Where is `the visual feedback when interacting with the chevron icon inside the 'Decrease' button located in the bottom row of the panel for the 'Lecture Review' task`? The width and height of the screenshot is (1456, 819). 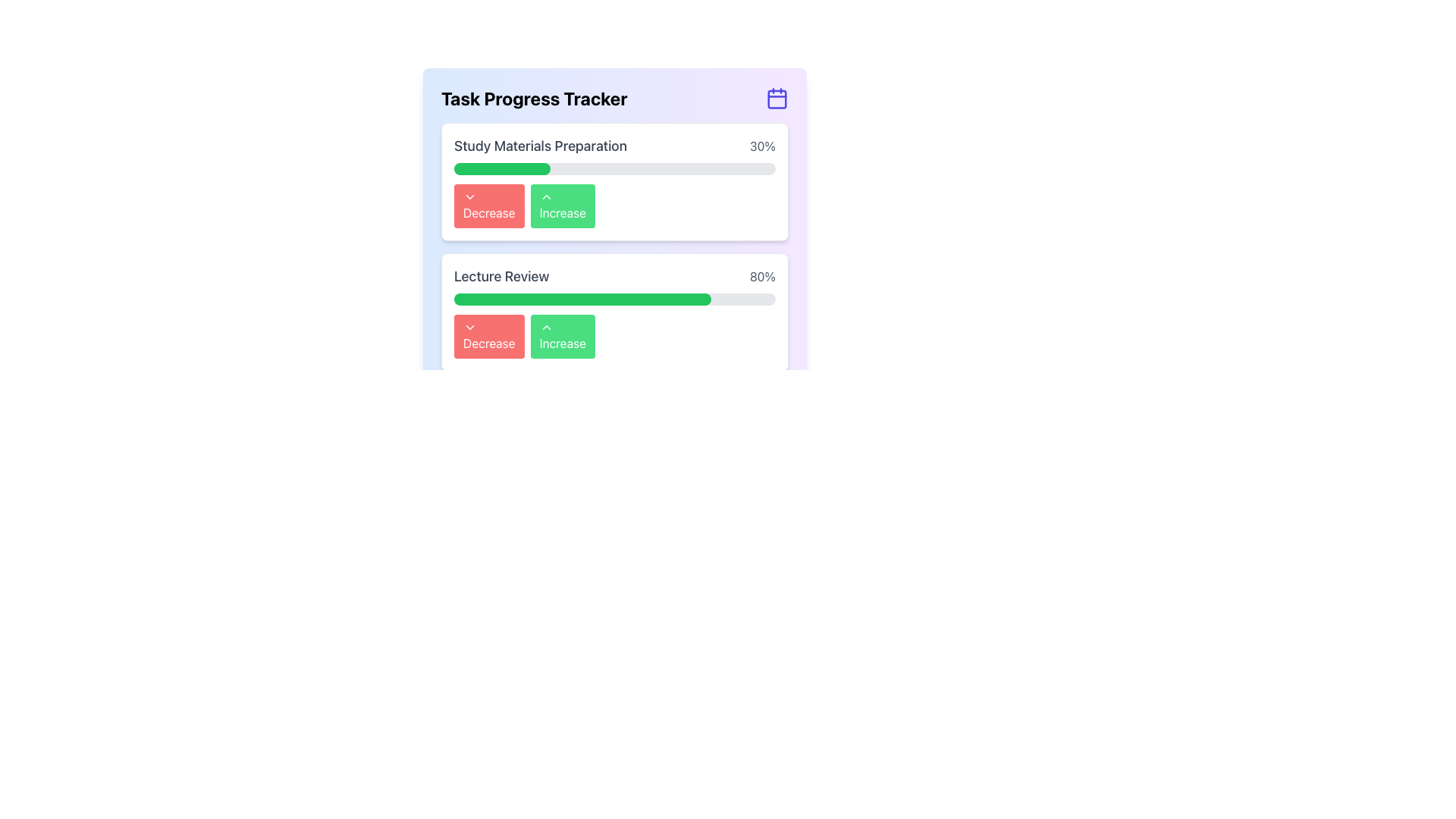 the visual feedback when interacting with the chevron icon inside the 'Decrease' button located in the bottom row of the panel for the 'Lecture Review' task is located at coordinates (469, 327).